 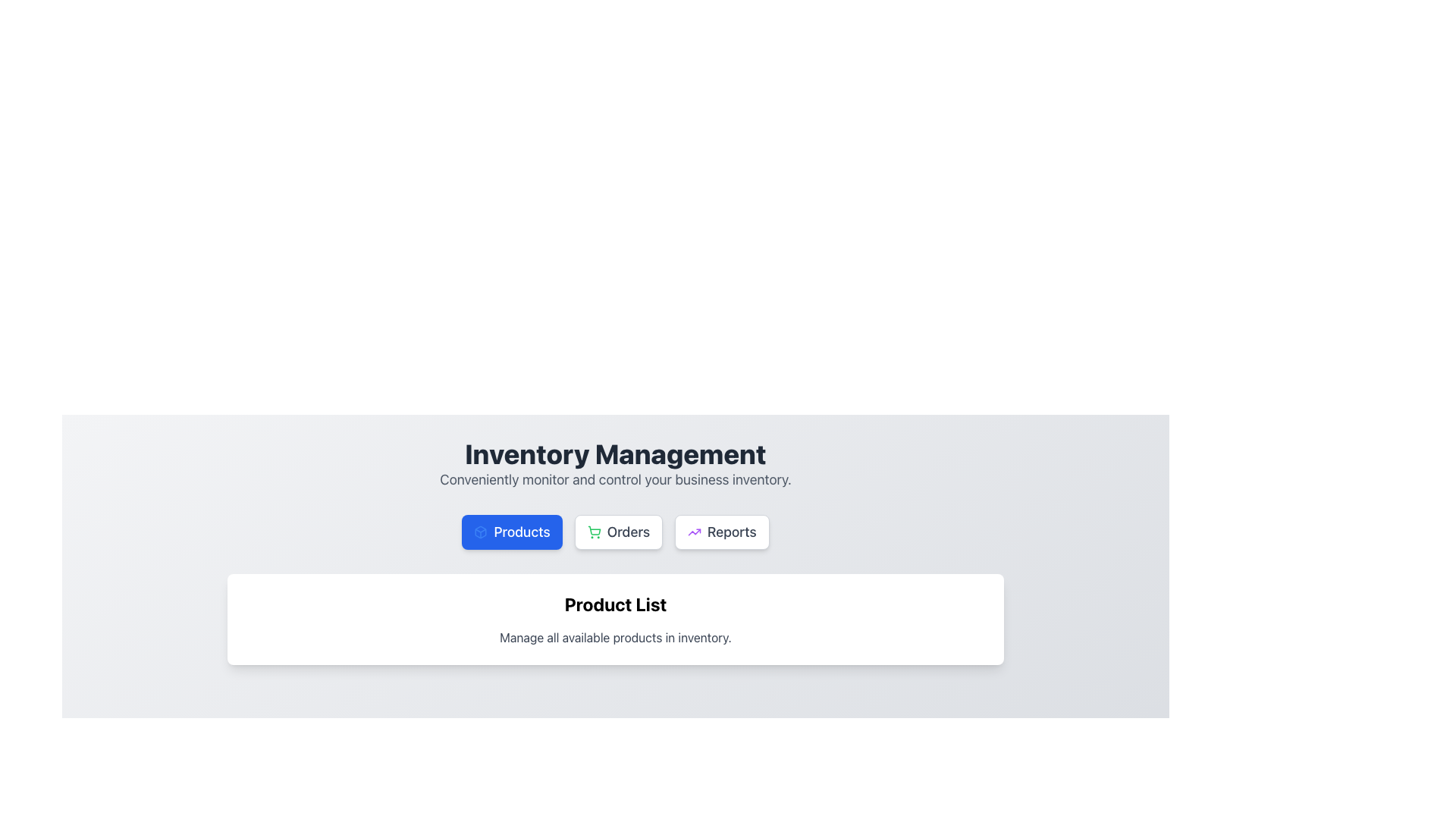 I want to click on instructional text about managing products in inventory, which is positioned directly beneath the heading 'Product List.', so click(x=615, y=637).